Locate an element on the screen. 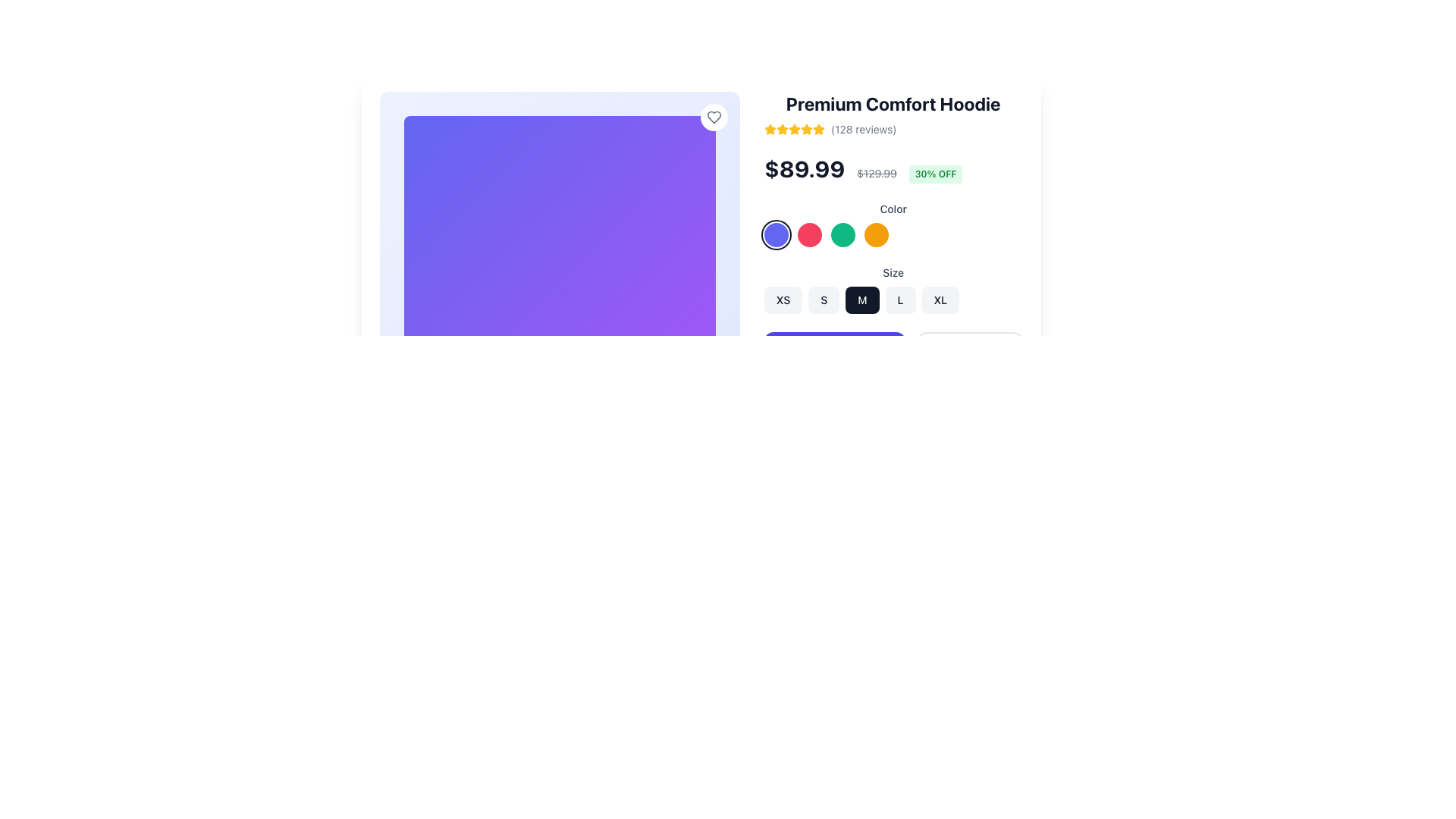  the third orange star icon in the rating system, which is part of a series of five stars indicating a midpoint rating is located at coordinates (793, 128).